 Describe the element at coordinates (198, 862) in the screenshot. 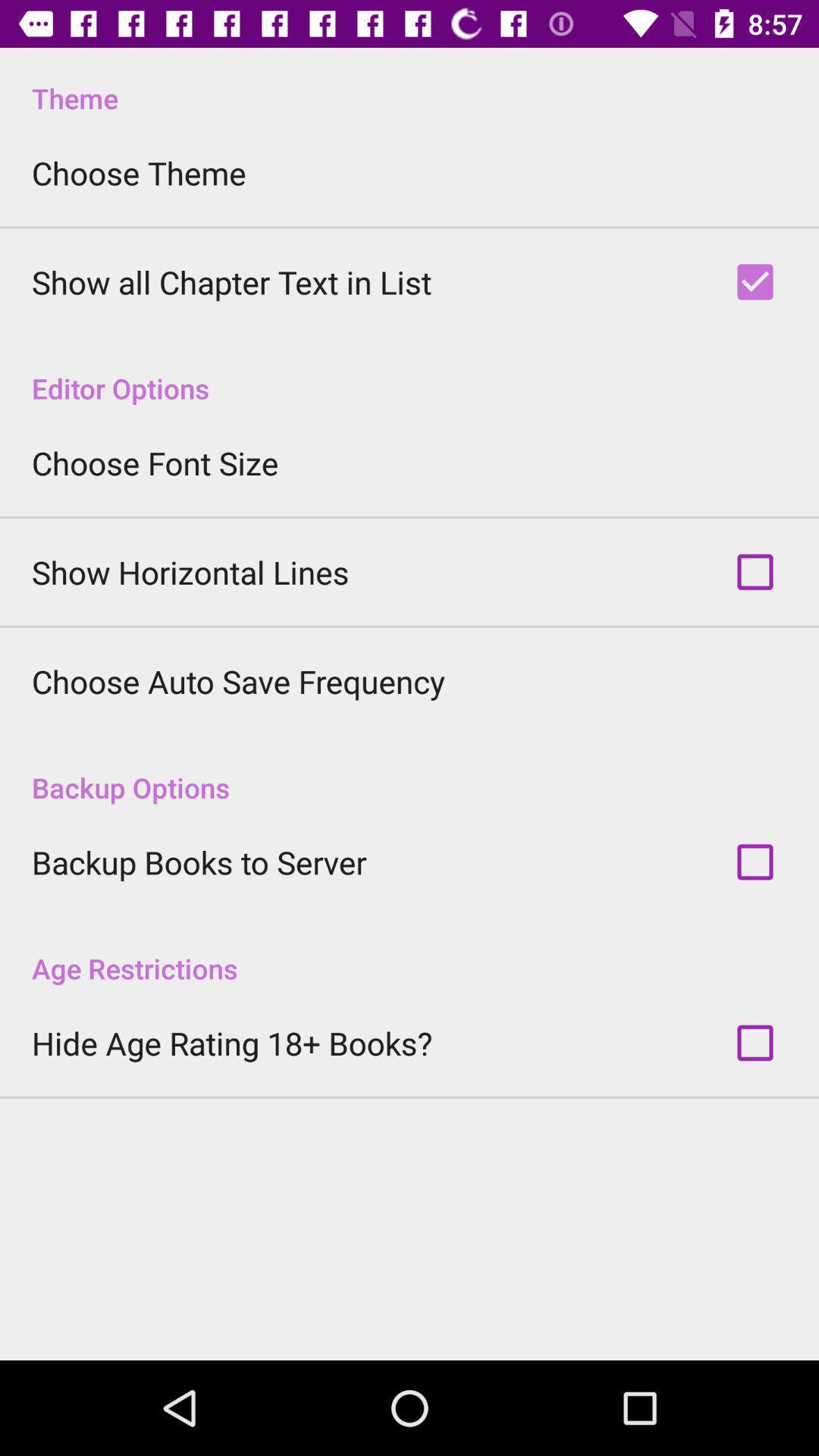

I see `the icon below backup options app` at that location.